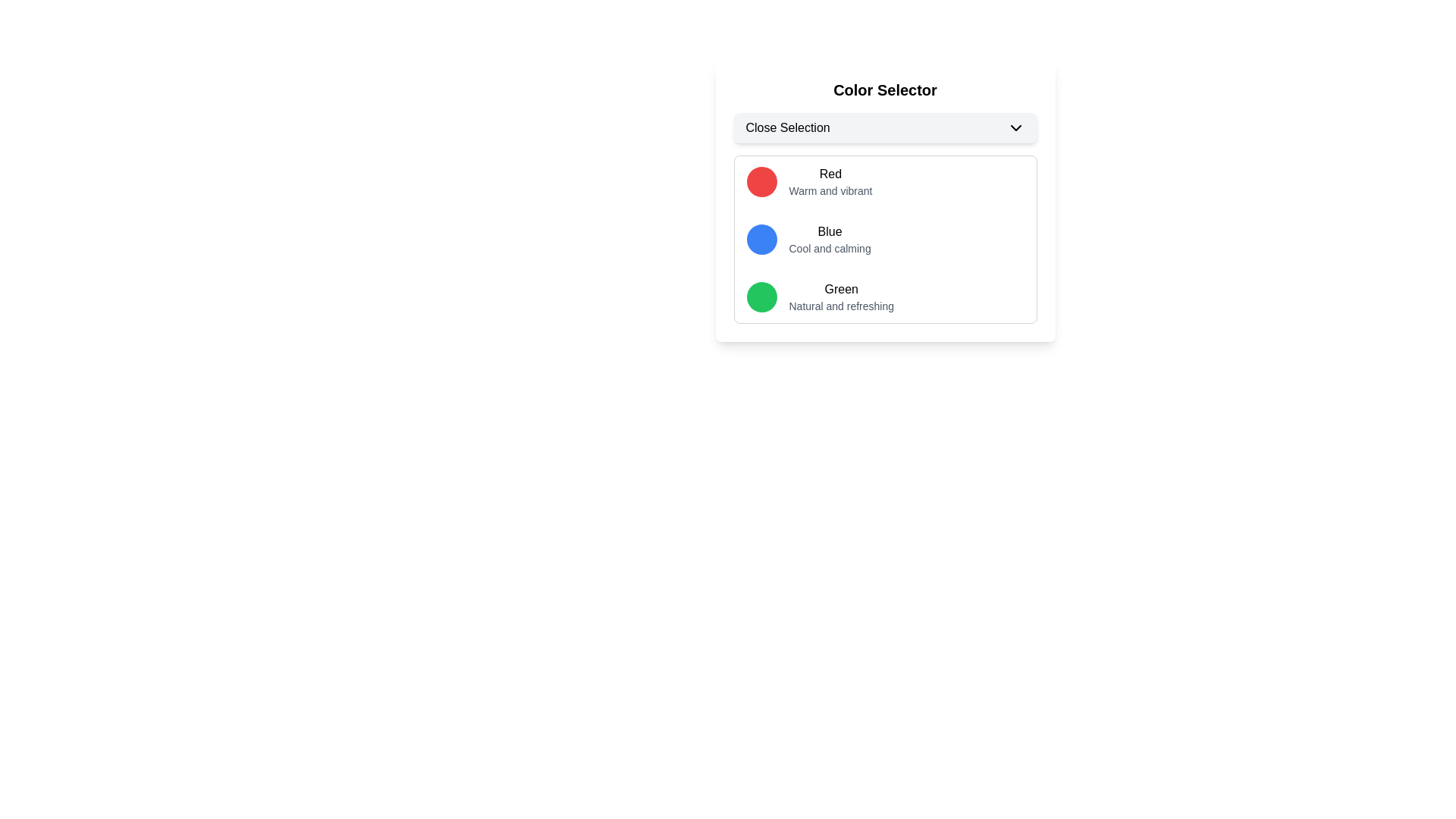  I want to click on the 'Red' text element which labels the first color in the selectable colors list, so click(830, 174).